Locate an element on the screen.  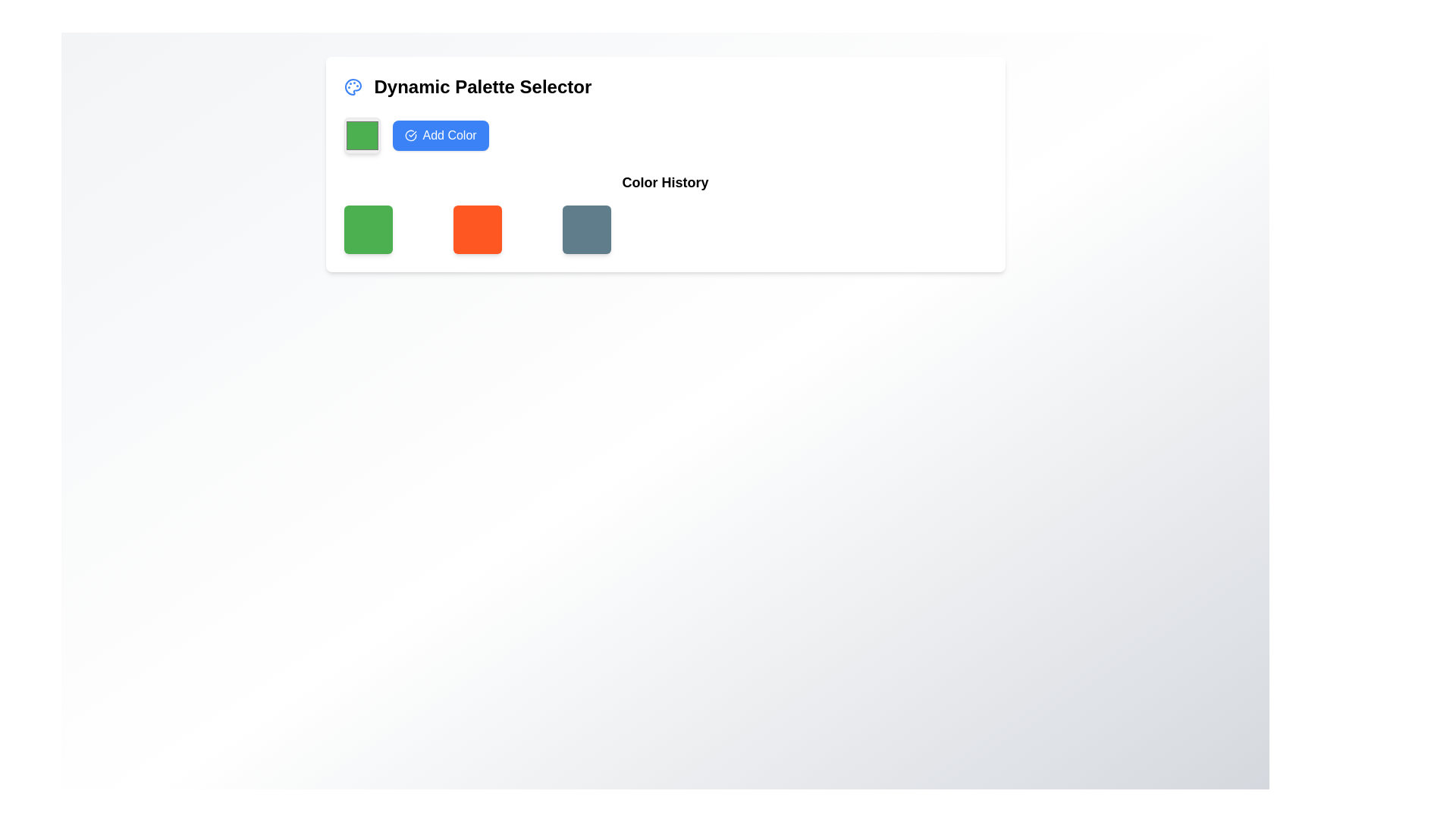
the square-shaped color selector box with a green fill (#4caf50) is located at coordinates (361, 134).